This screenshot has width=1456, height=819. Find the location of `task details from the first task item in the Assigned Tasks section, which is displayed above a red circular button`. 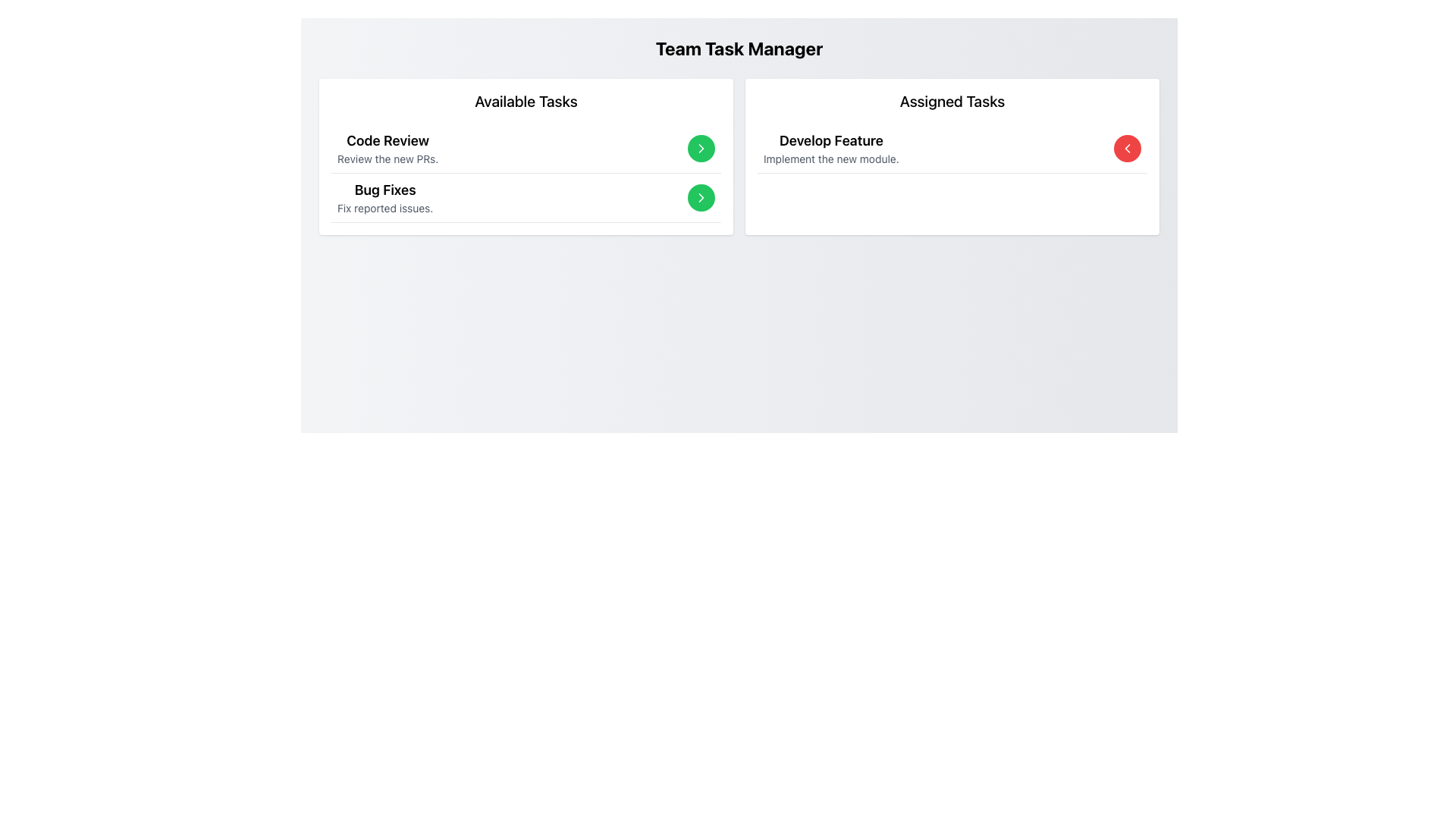

task details from the first task item in the Assigned Tasks section, which is displayed above a red circular button is located at coordinates (830, 149).